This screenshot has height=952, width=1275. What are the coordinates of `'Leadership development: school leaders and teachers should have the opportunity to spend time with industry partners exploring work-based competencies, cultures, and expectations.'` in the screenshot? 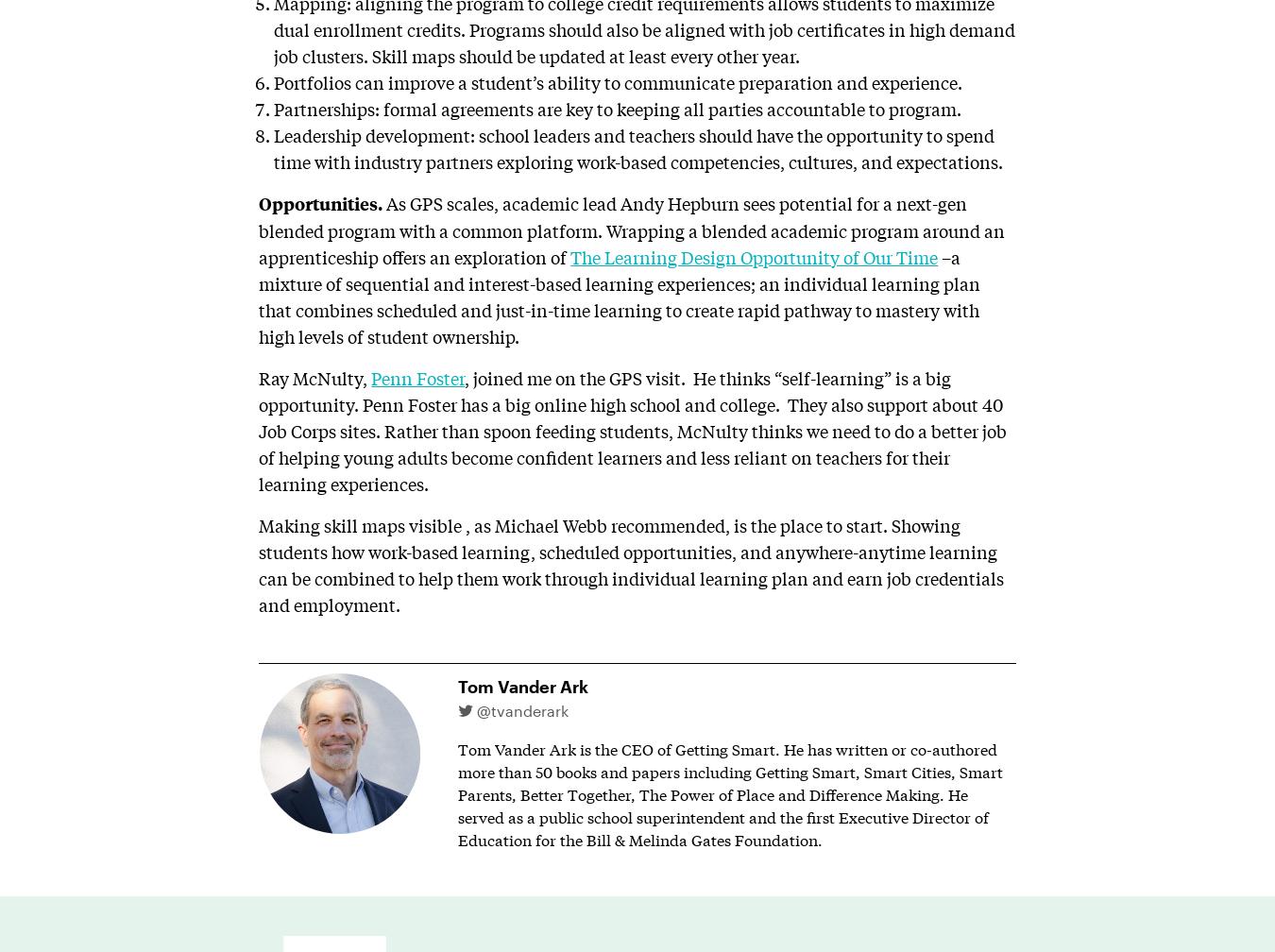 It's located at (272, 147).